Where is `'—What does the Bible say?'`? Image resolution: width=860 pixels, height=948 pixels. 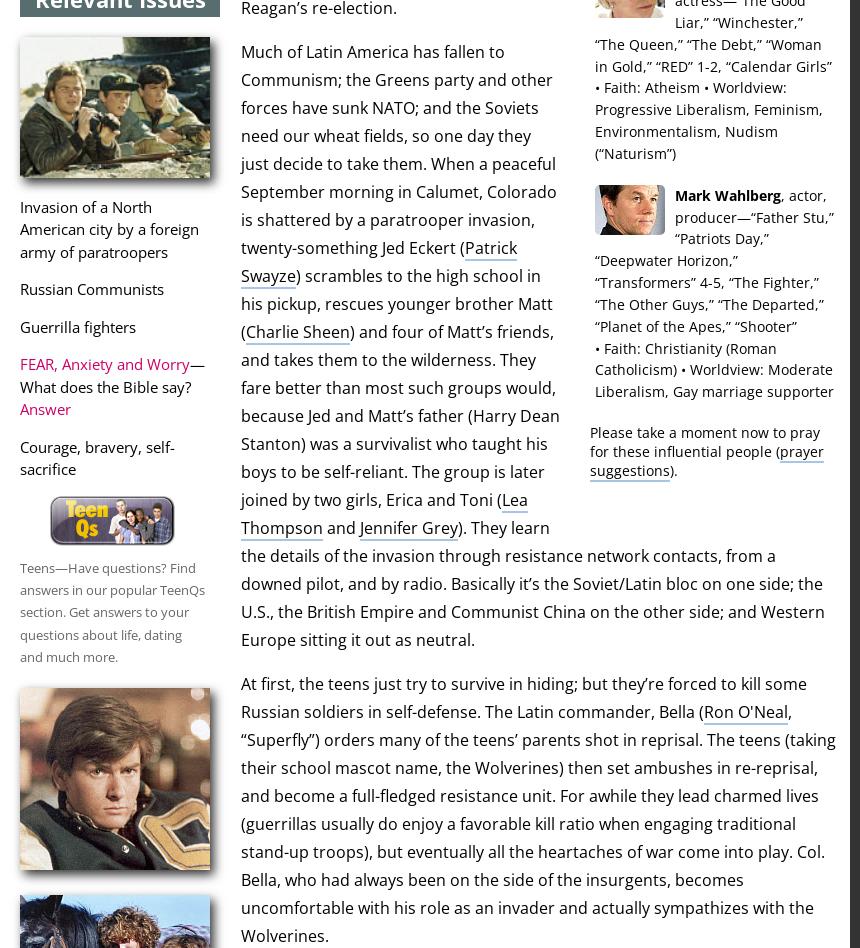
'—What does the Bible say?' is located at coordinates (112, 374).